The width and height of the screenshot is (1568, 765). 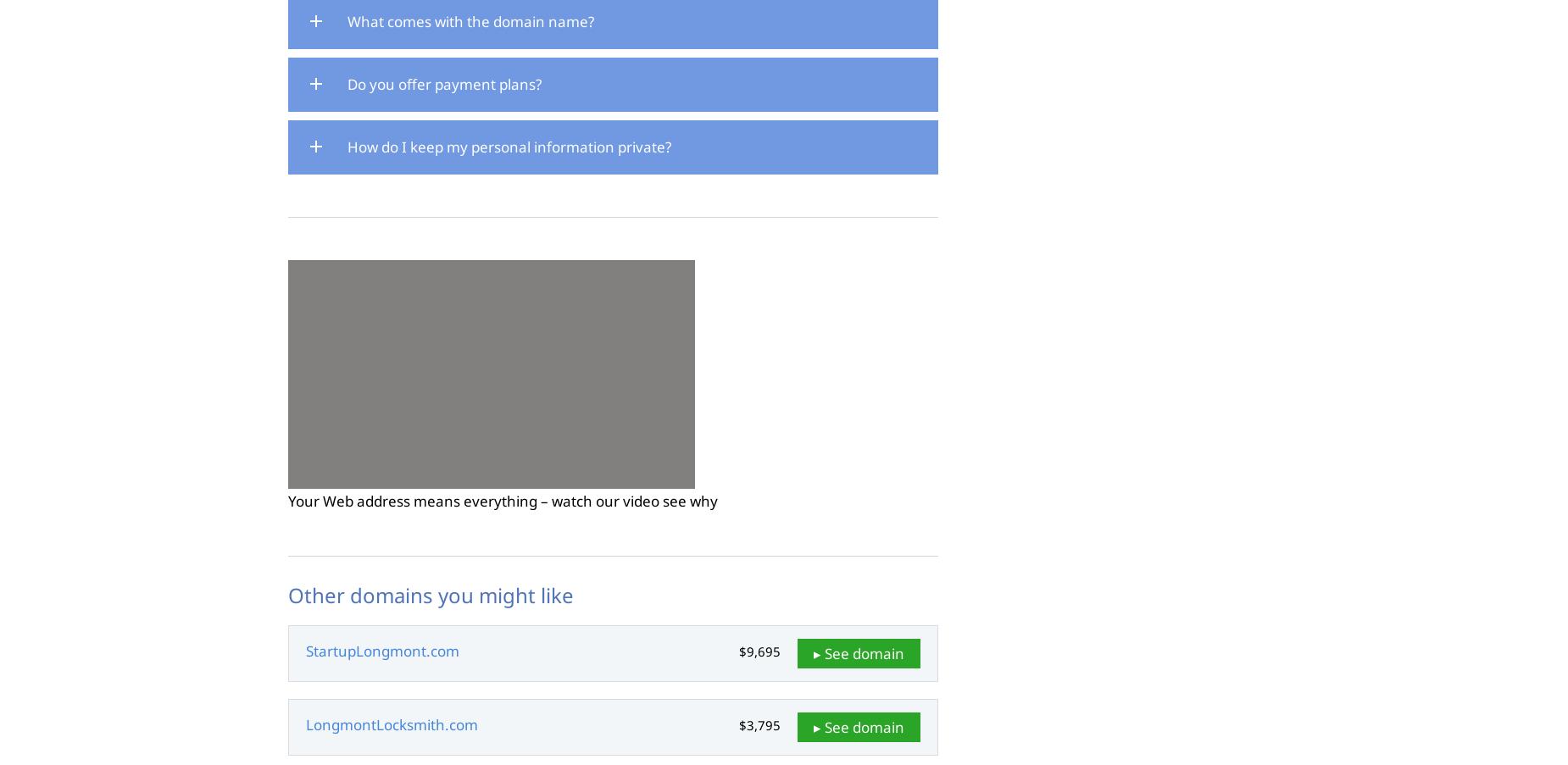 What do you see at coordinates (759, 725) in the screenshot?
I see `'$3,795'` at bounding box center [759, 725].